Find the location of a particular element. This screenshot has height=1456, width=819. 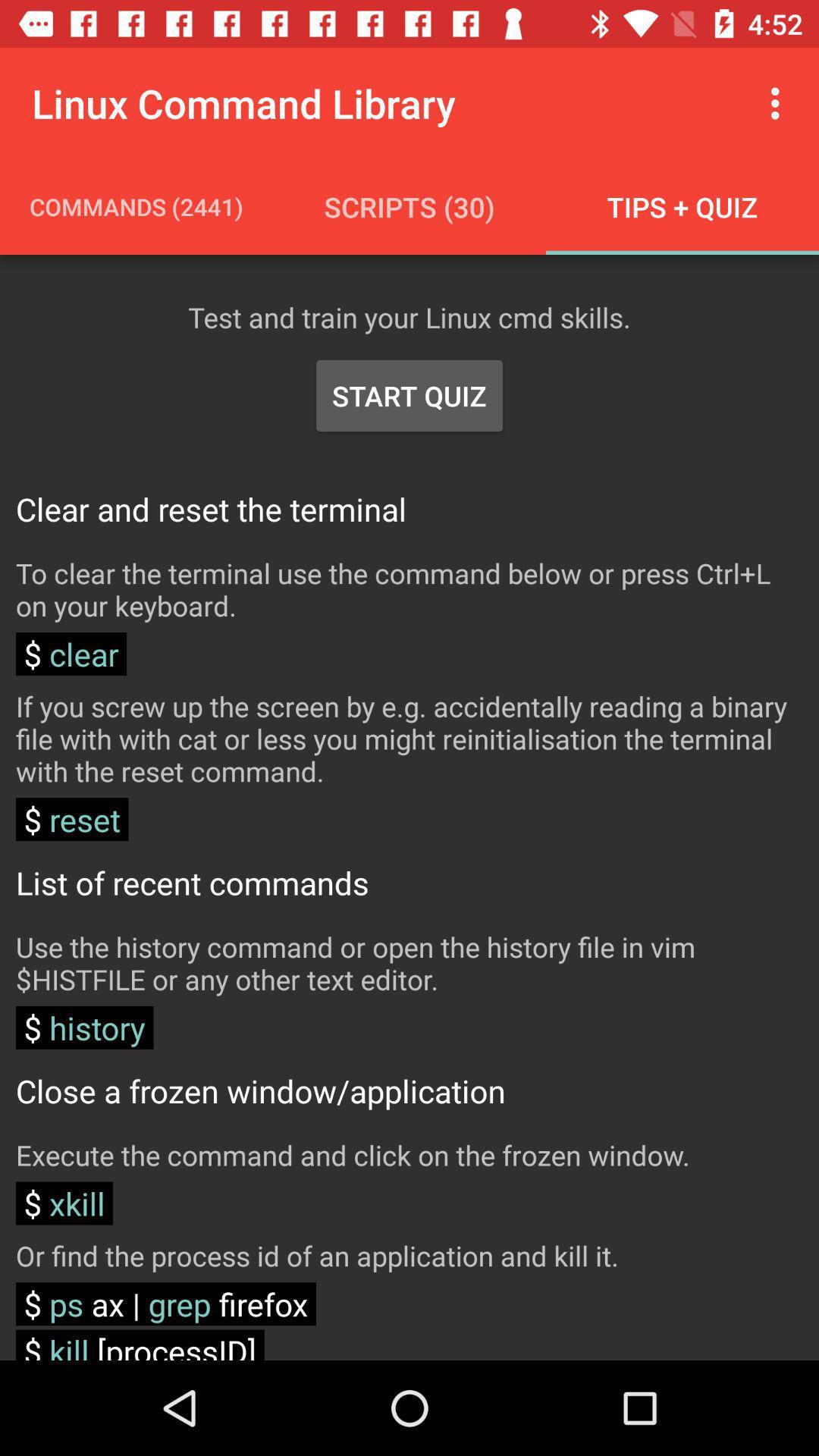

item above clear and reset is located at coordinates (409, 396).